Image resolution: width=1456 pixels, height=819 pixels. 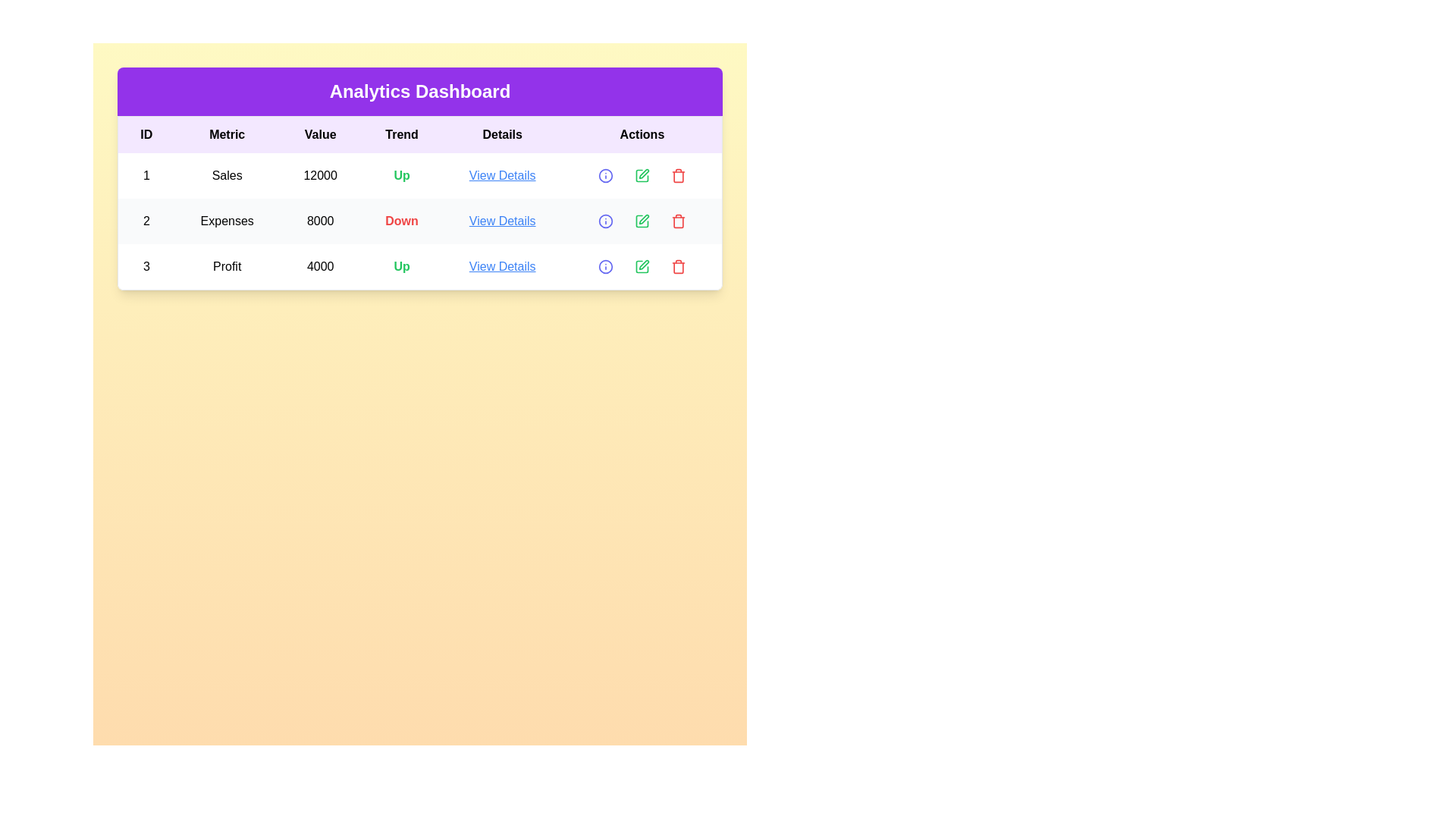 I want to click on the green pen icon button located in the 'Actions' column of the second row (metric: Expenses) in the table, so click(x=642, y=221).